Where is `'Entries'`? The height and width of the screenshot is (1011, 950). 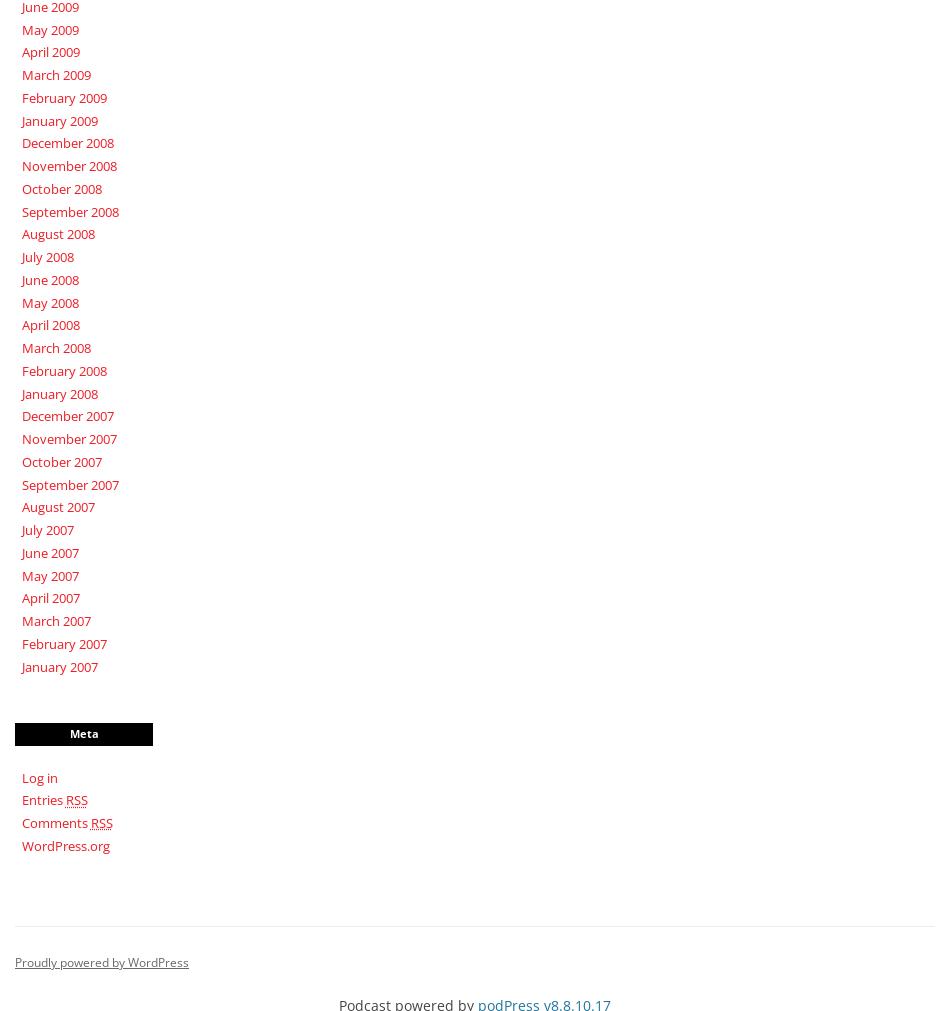
'Entries' is located at coordinates (20, 799).